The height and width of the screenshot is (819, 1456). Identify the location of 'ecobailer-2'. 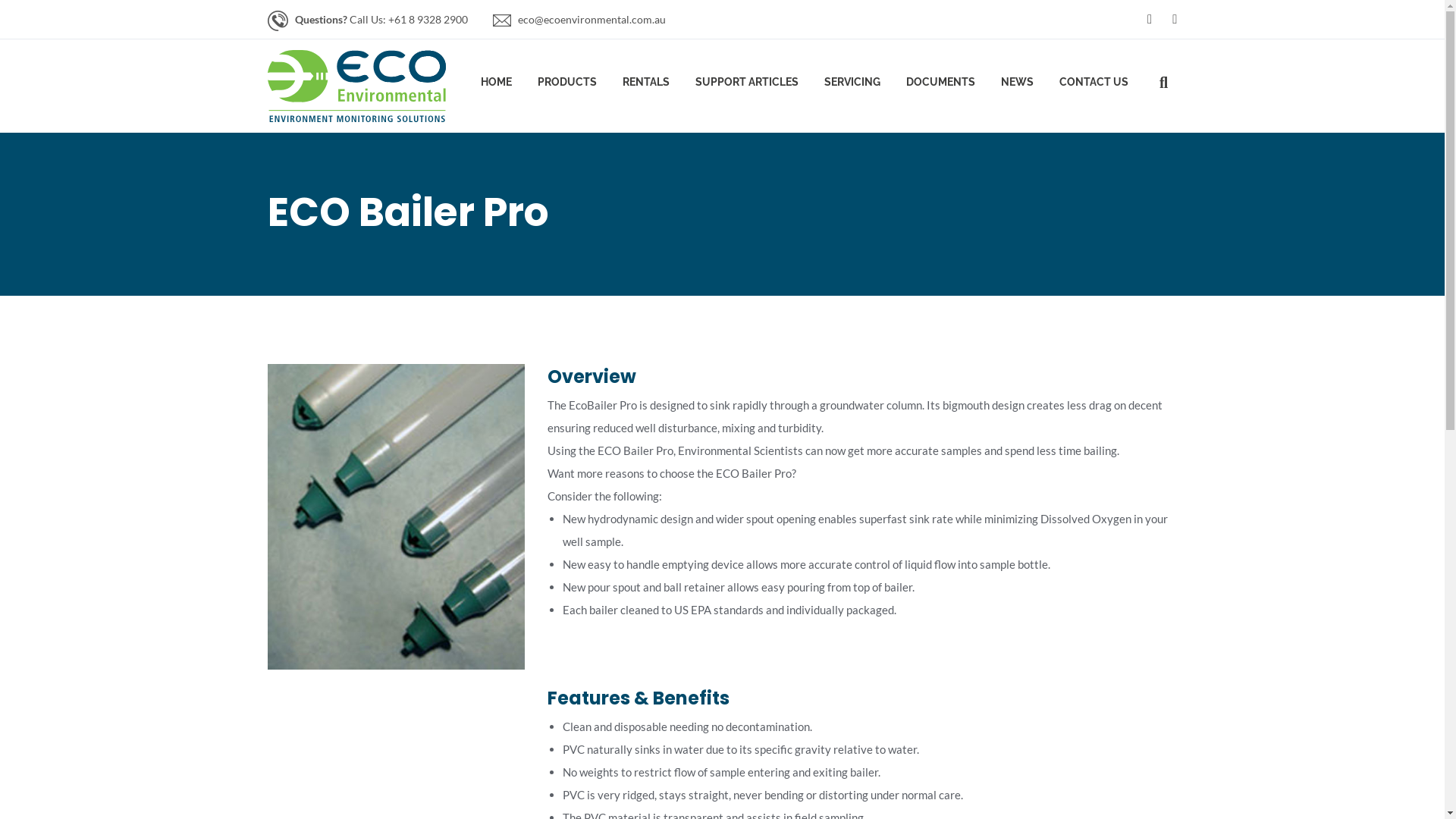
(396, 516).